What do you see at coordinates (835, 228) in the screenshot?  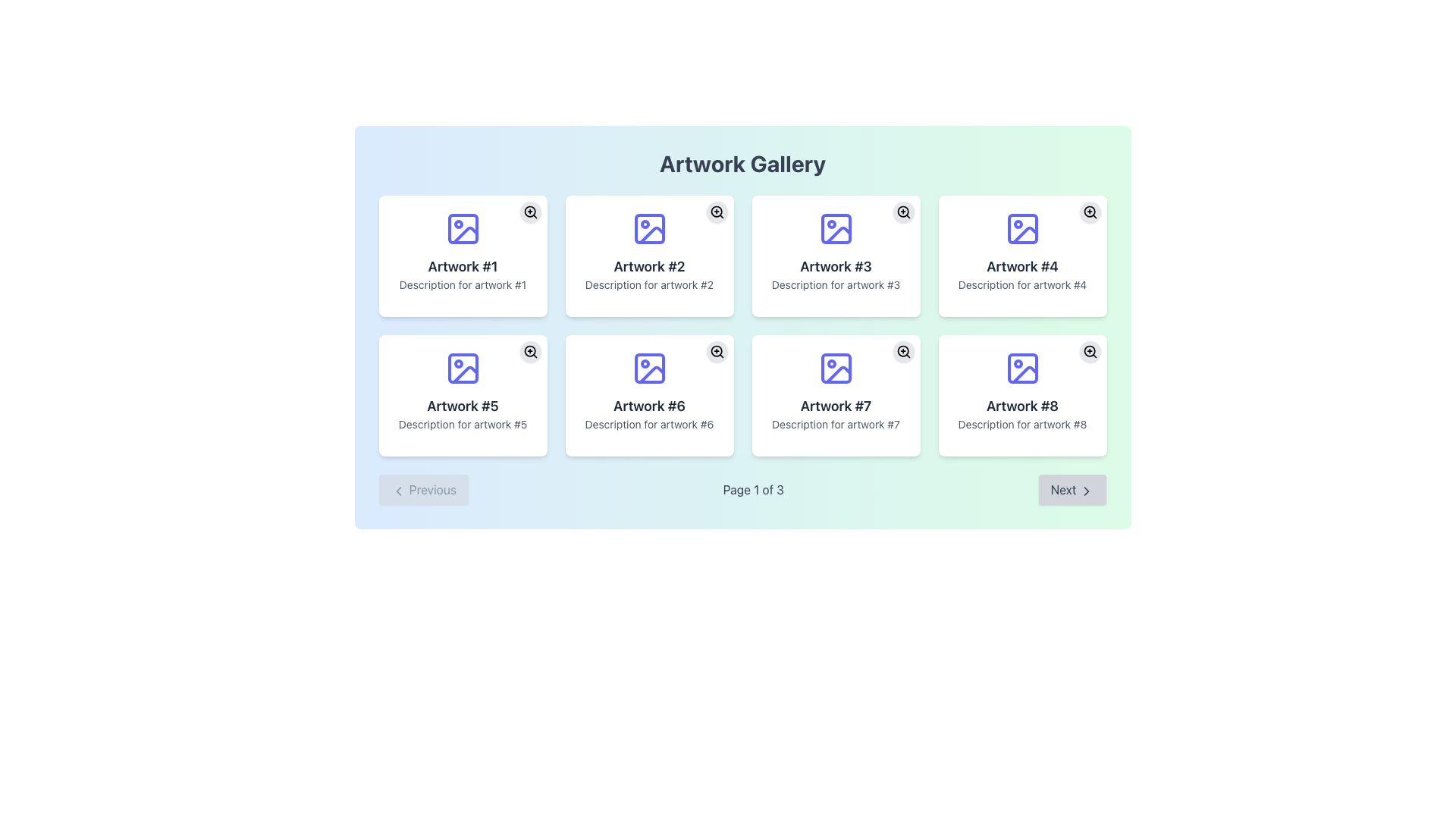 I see `the SVG graphical shape element, which is a rectangle with rounded corners located in the third tile from the left in the first row of the artwork gallery grid layout` at bounding box center [835, 228].